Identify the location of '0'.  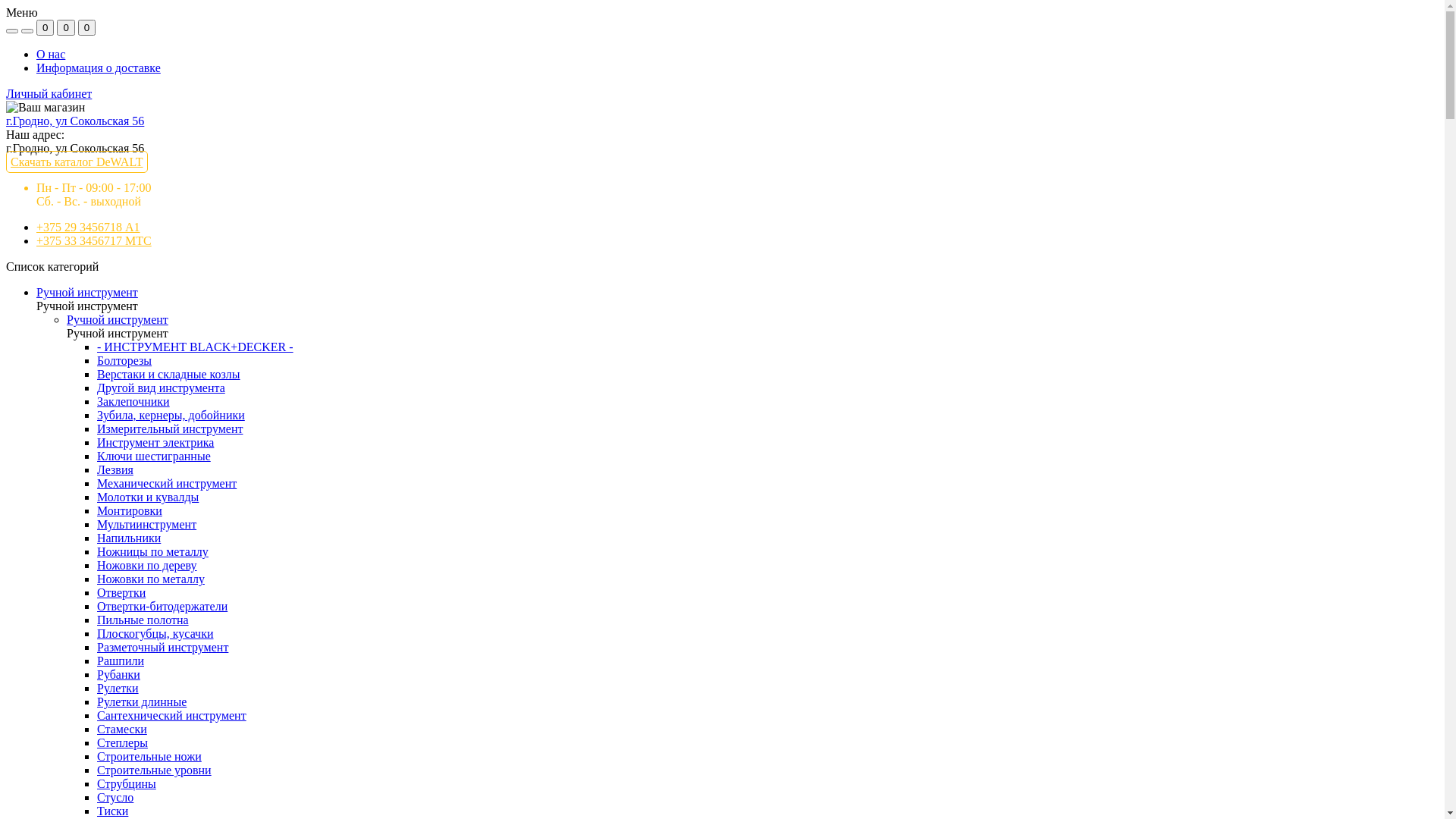
(36, 27).